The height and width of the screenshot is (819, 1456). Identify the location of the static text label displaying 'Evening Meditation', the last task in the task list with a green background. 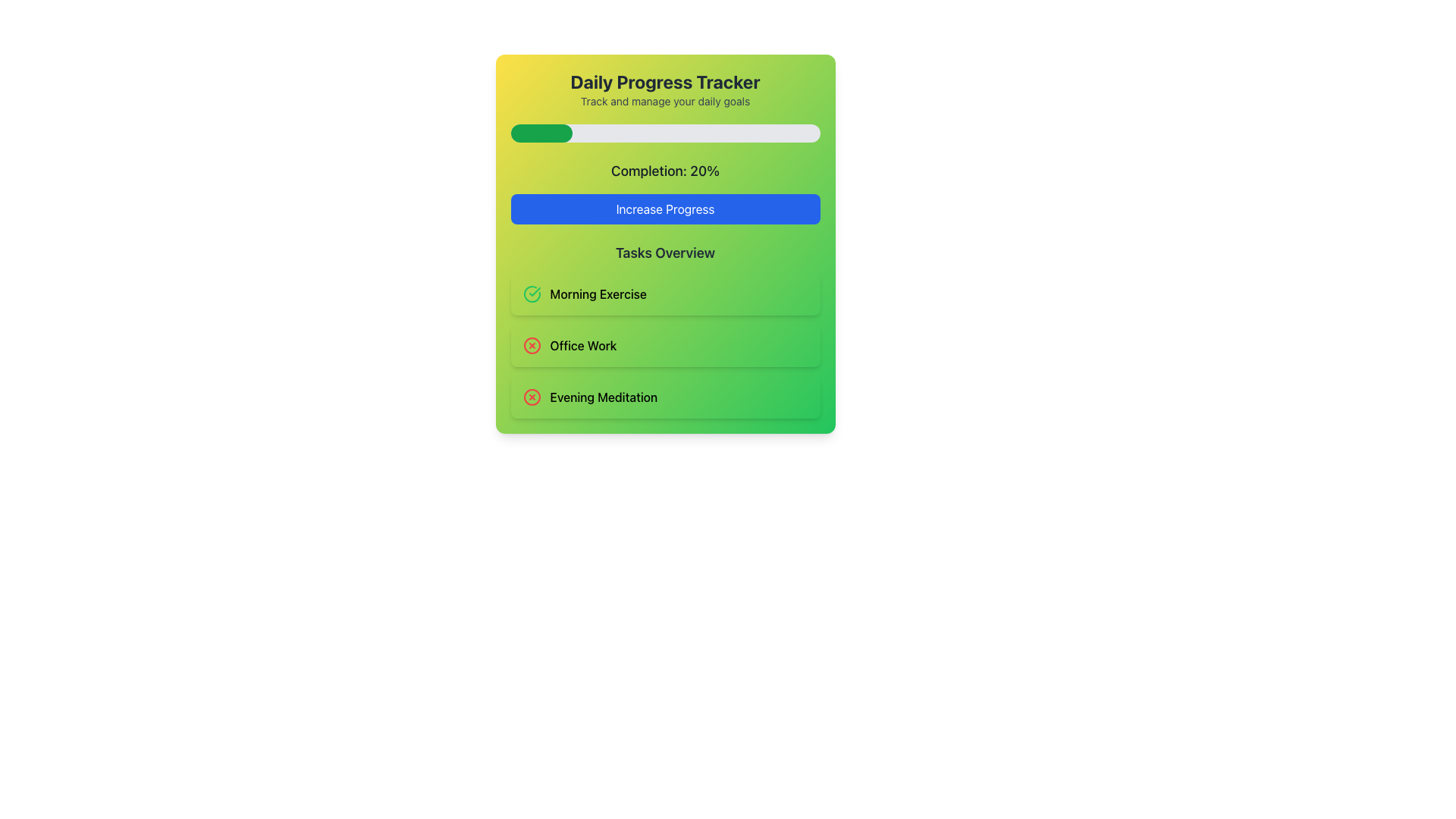
(603, 397).